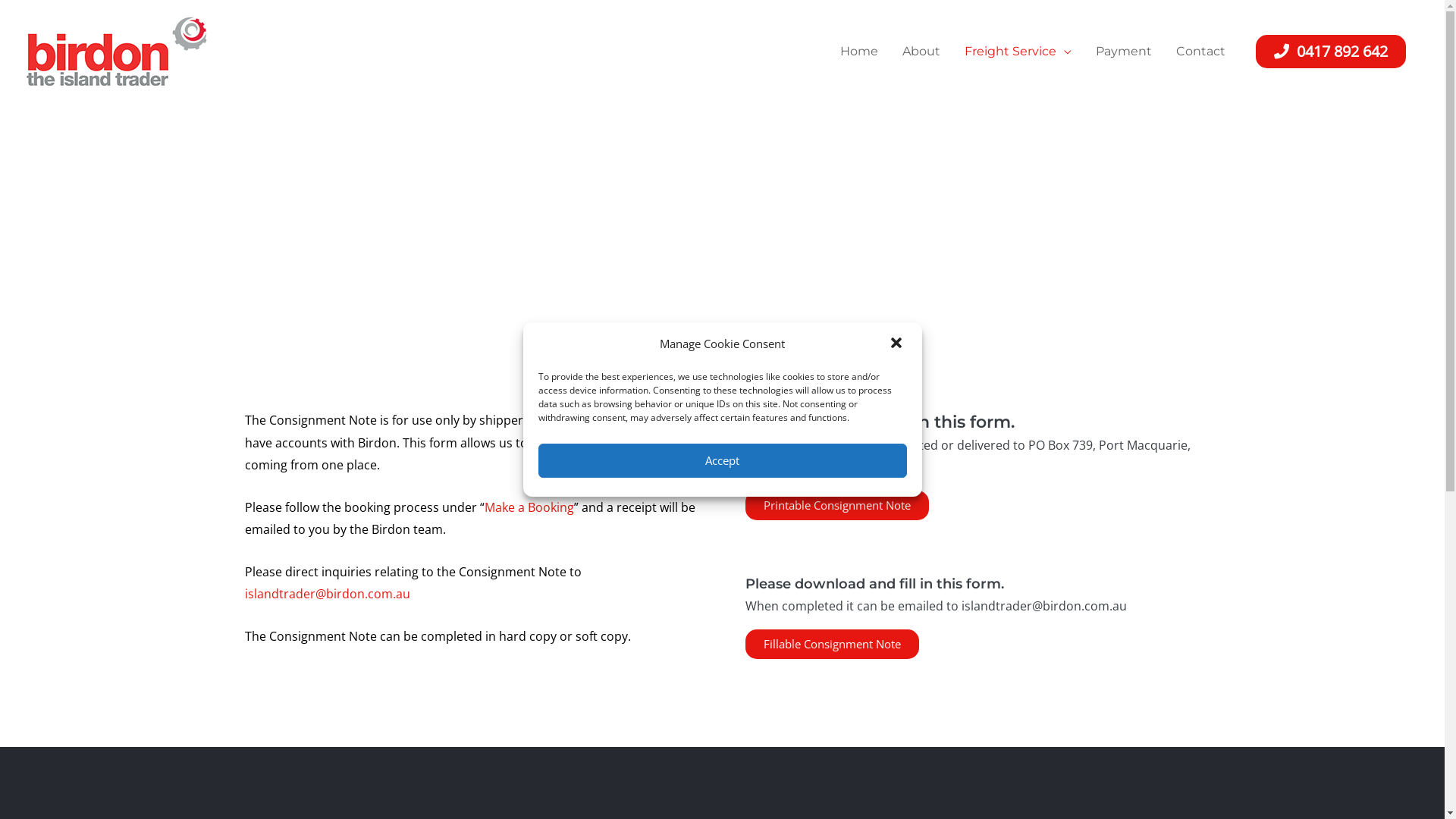 This screenshot has width=1456, height=819. I want to click on 'About', so click(920, 51).